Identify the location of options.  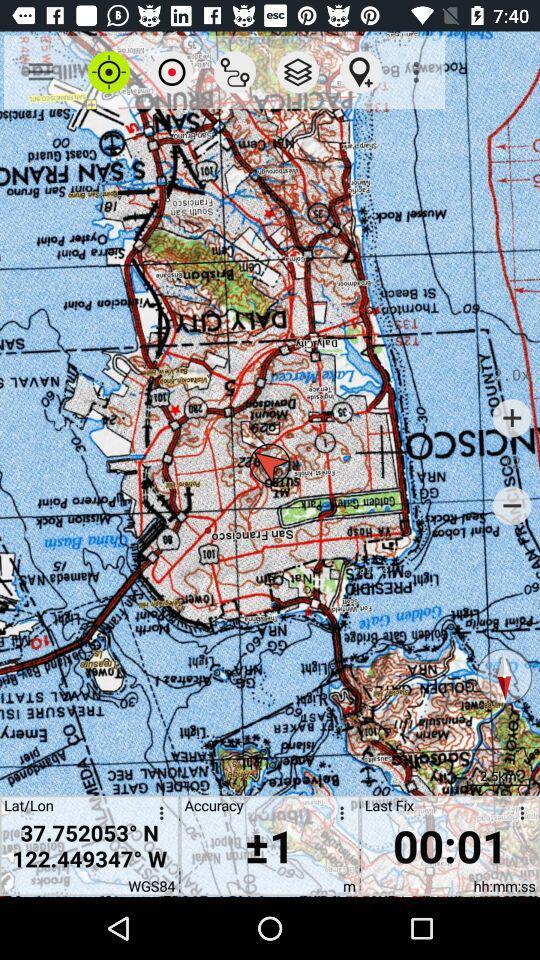
(157, 816).